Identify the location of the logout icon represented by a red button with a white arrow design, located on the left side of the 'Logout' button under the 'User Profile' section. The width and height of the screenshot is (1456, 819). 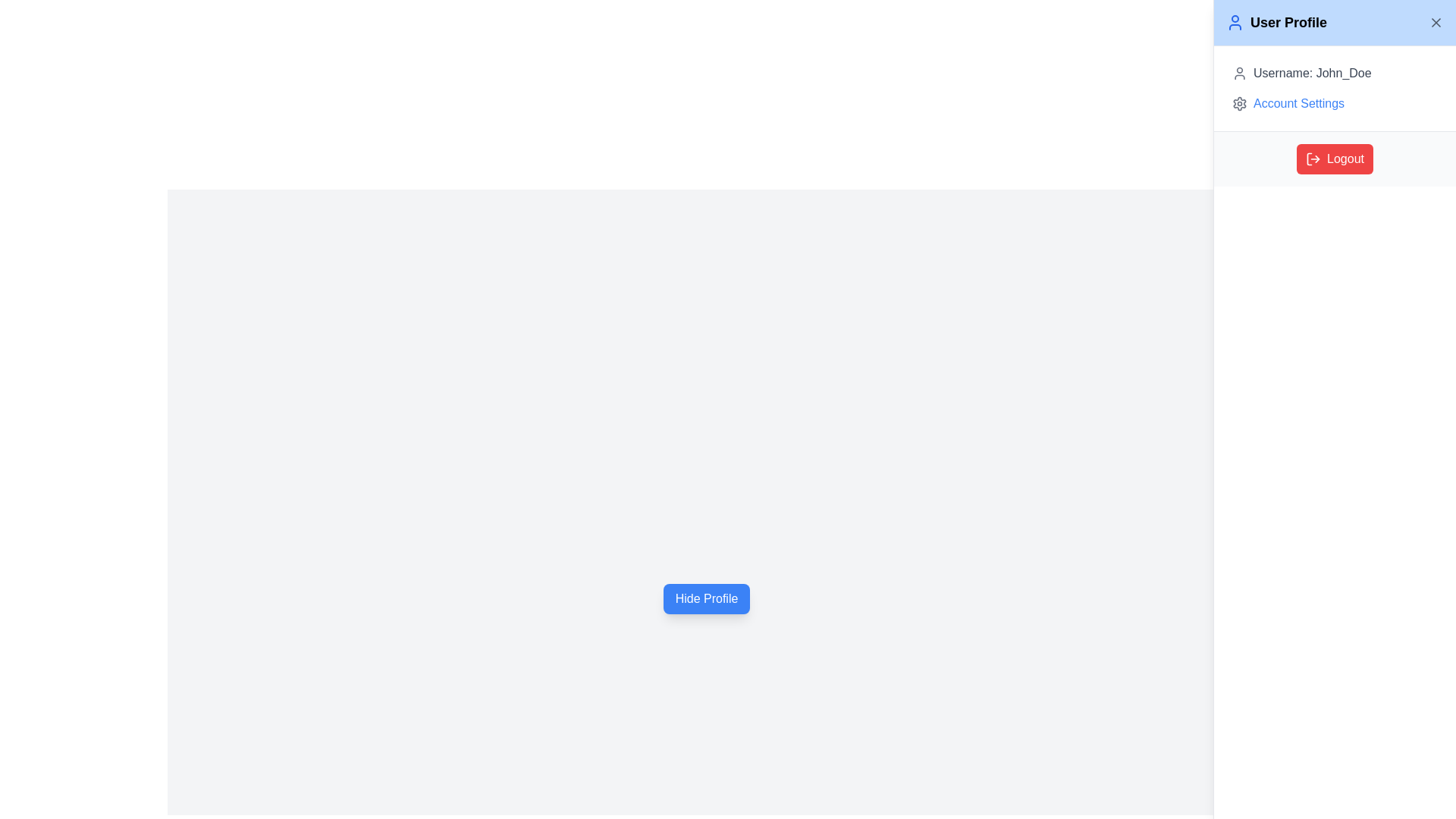
(1313, 158).